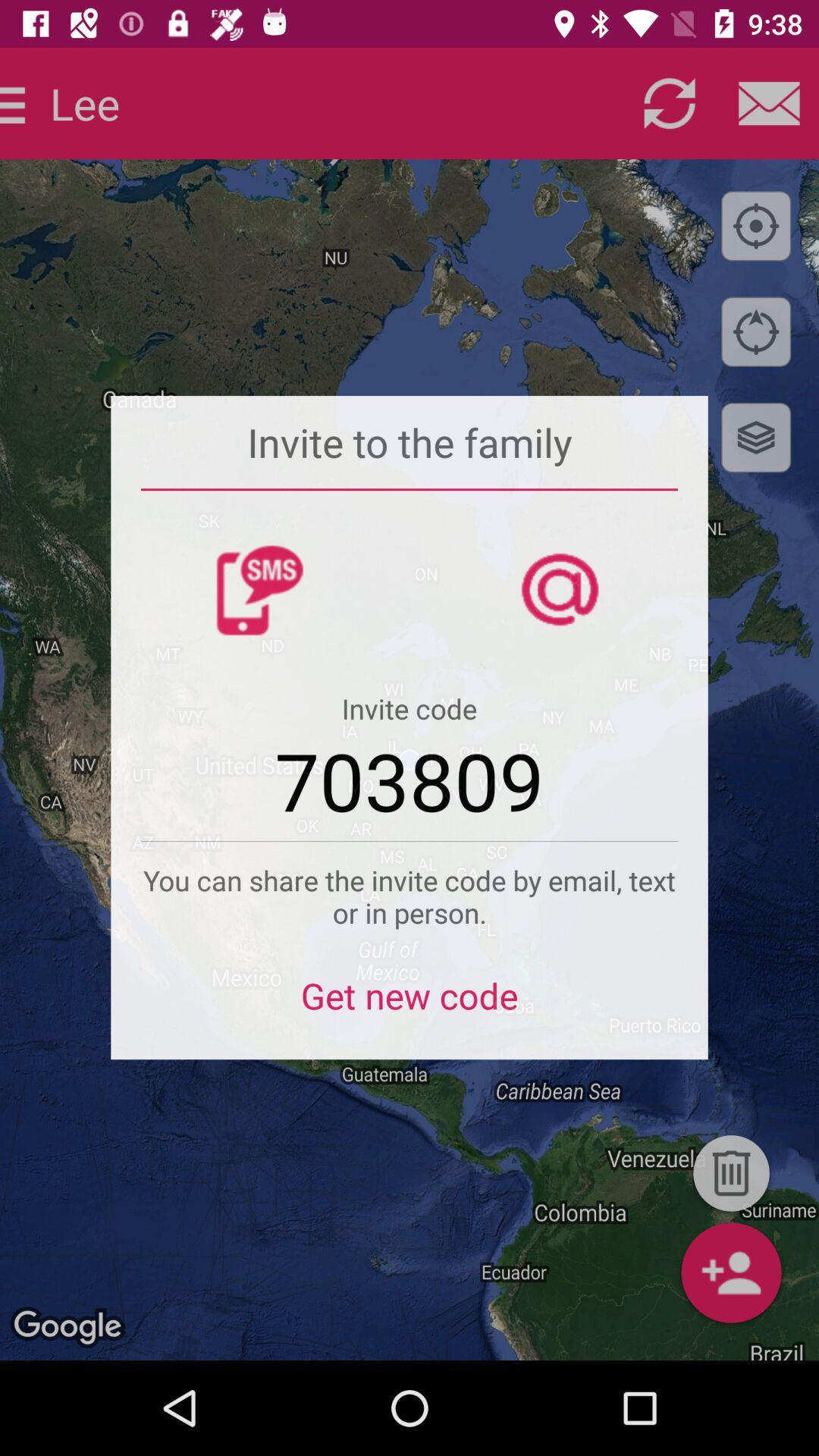 The width and height of the screenshot is (819, 1456). Describe the element at coordinates (669, 102) in the screenshot. I see `the refresh icon` at that location.